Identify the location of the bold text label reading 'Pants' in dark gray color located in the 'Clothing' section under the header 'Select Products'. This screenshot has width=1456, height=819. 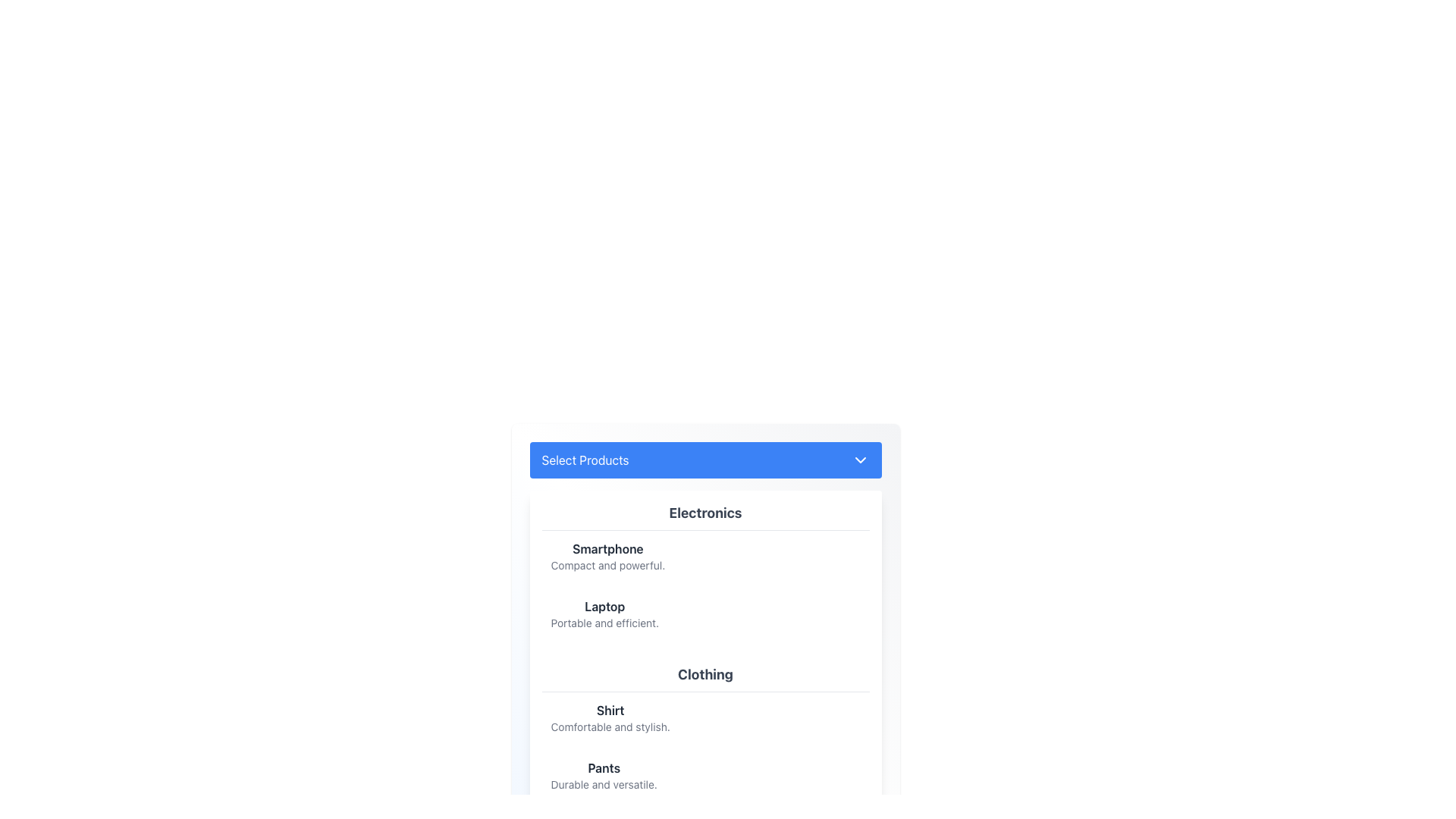
(603, 768).